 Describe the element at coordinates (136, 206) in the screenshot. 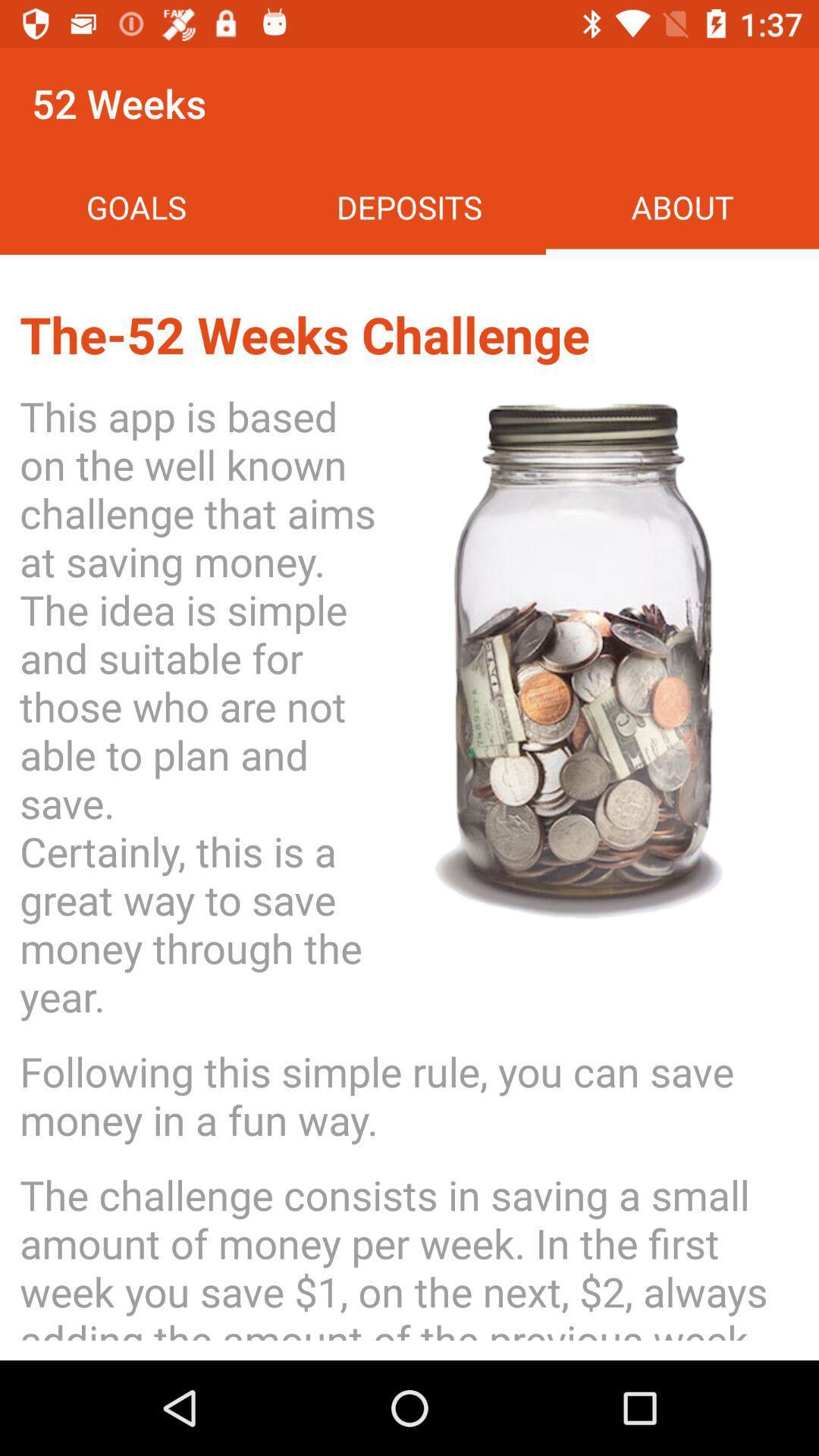

I see `icon above the 52 weeks icon` at that location.